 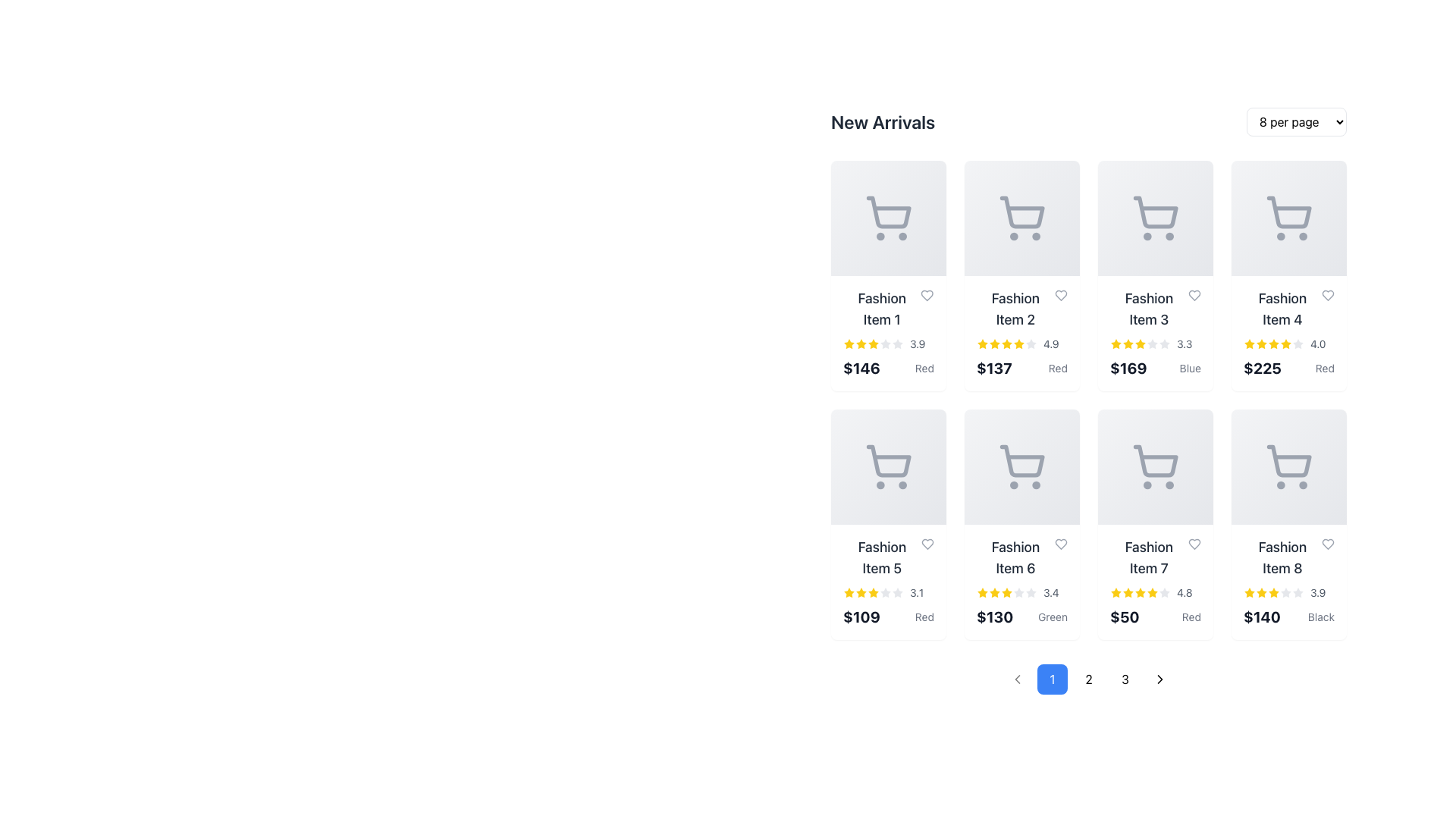 I want to click on the backward navigation icon located at the bottom-left section of the interface, so click(x=1018, y=678).